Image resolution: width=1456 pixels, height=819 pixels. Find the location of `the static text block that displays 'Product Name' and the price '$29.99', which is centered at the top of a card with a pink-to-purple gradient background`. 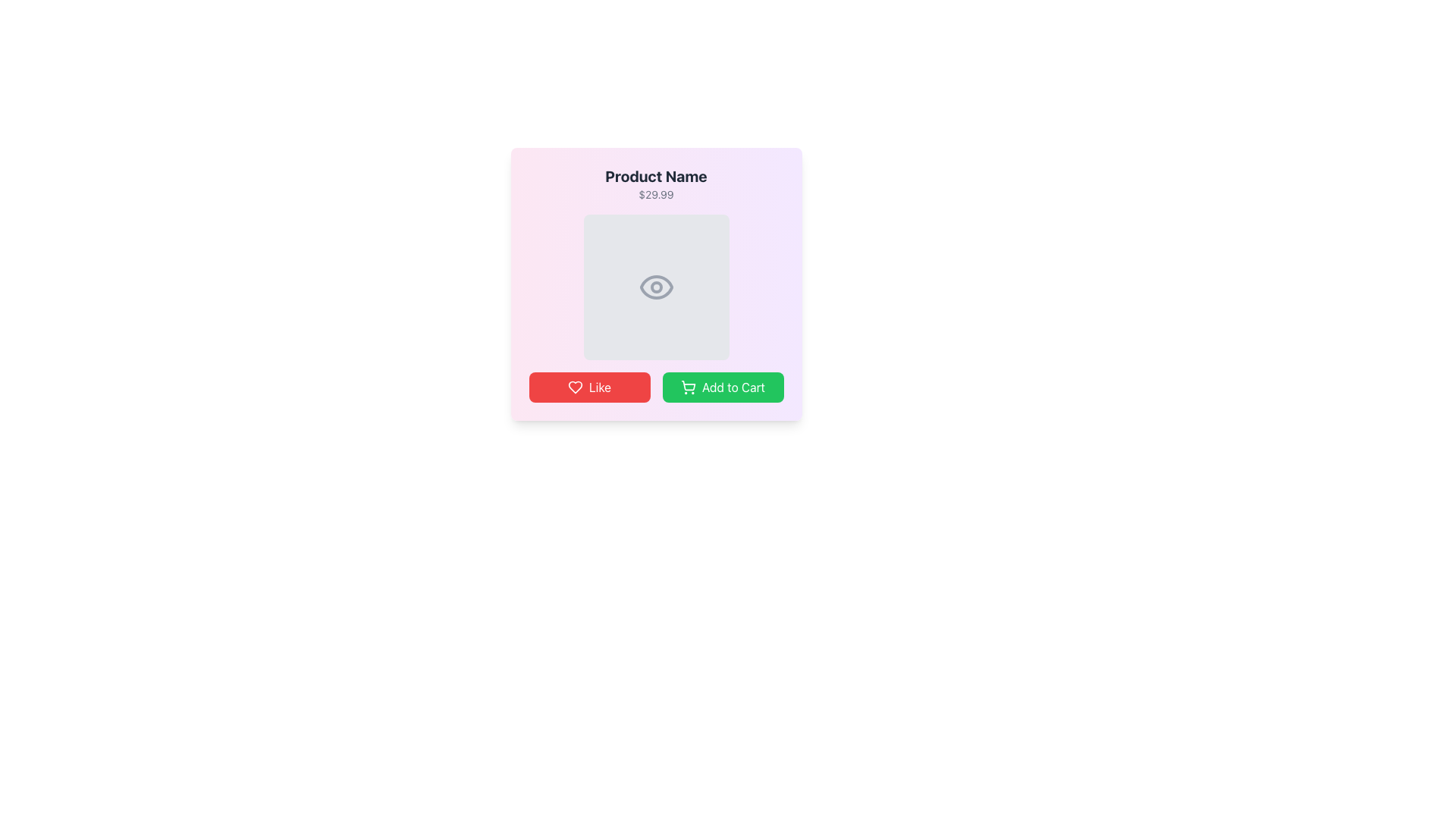

the static text block that displays 'Product Name' and the price '$29.99', which is centered at the top of a card with a pink-to-purple gradient background is located at coordinates (656, 184).